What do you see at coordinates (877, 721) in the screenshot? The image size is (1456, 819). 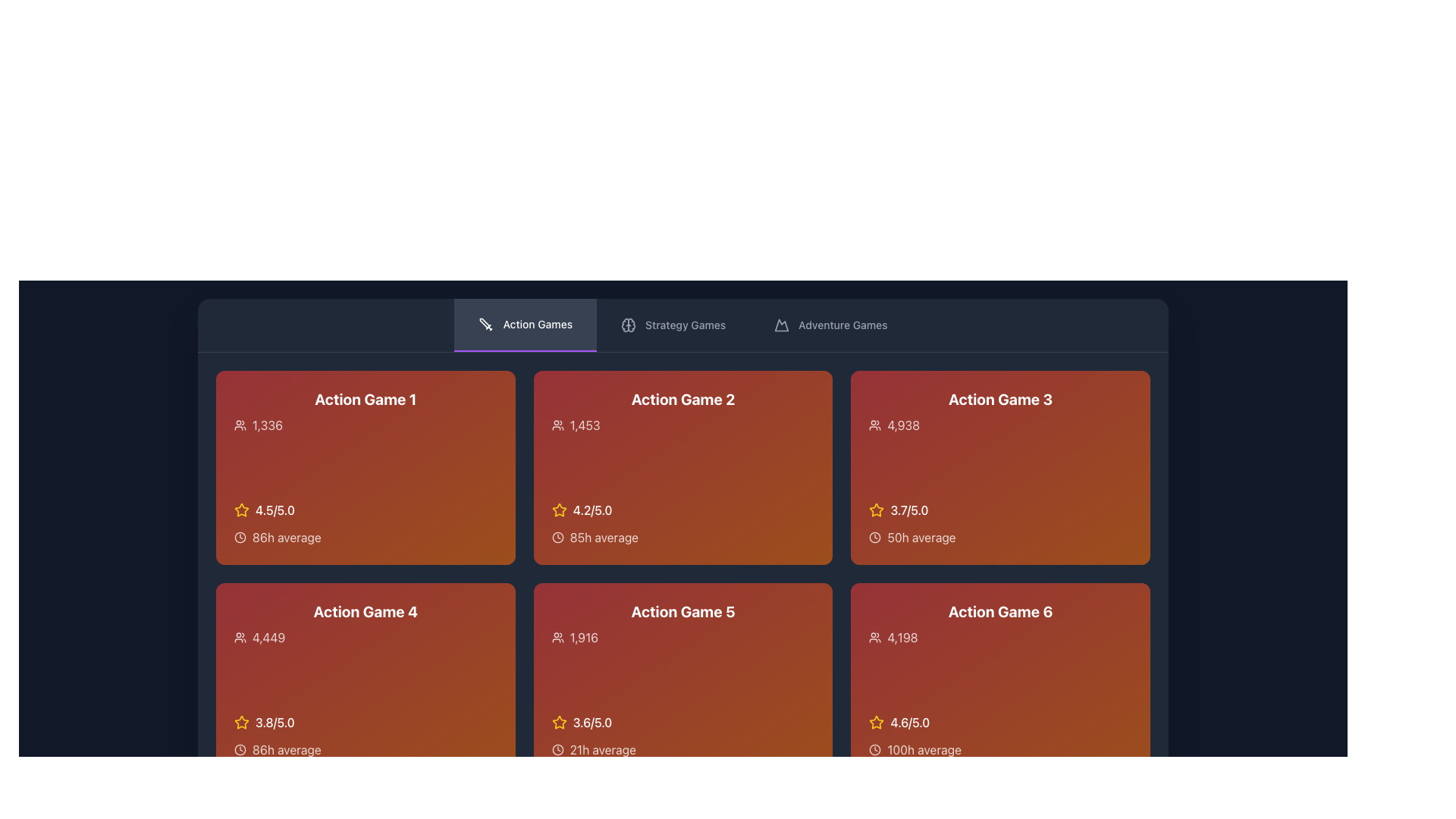 I see `the rating icon representing the quality or popularity of the 'Action Game 6' card, located in the bottom-right position of the grid` at bounding box center [877, 721].